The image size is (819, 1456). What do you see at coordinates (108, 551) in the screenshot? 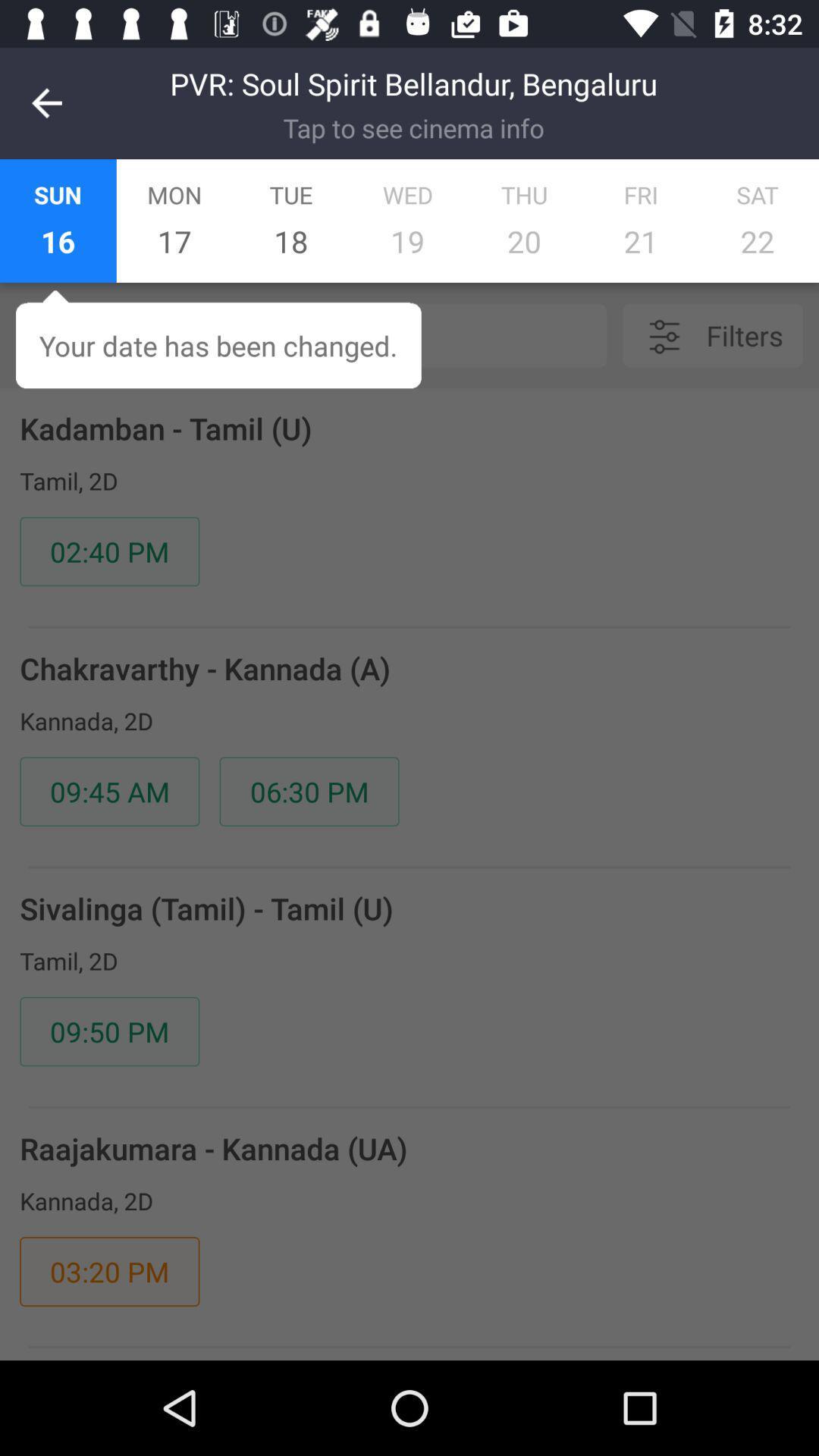
I see `02:40 pm icon` at bounding box center [108, 551].